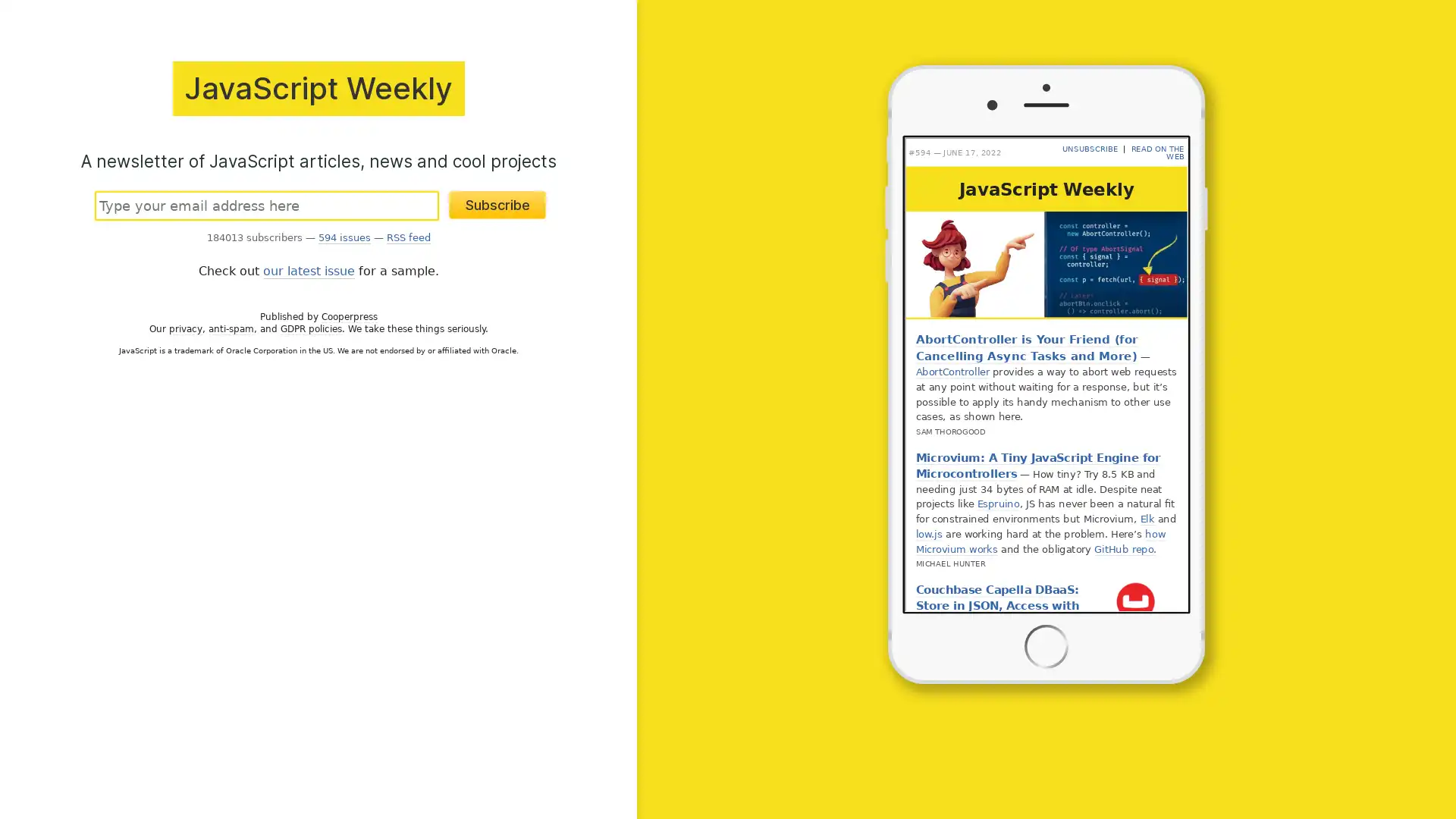 This screenshot has width=1456, height=819. Describe the element at coordinates (497, 203) in the screenshot. I see `Subscribe` at that location.